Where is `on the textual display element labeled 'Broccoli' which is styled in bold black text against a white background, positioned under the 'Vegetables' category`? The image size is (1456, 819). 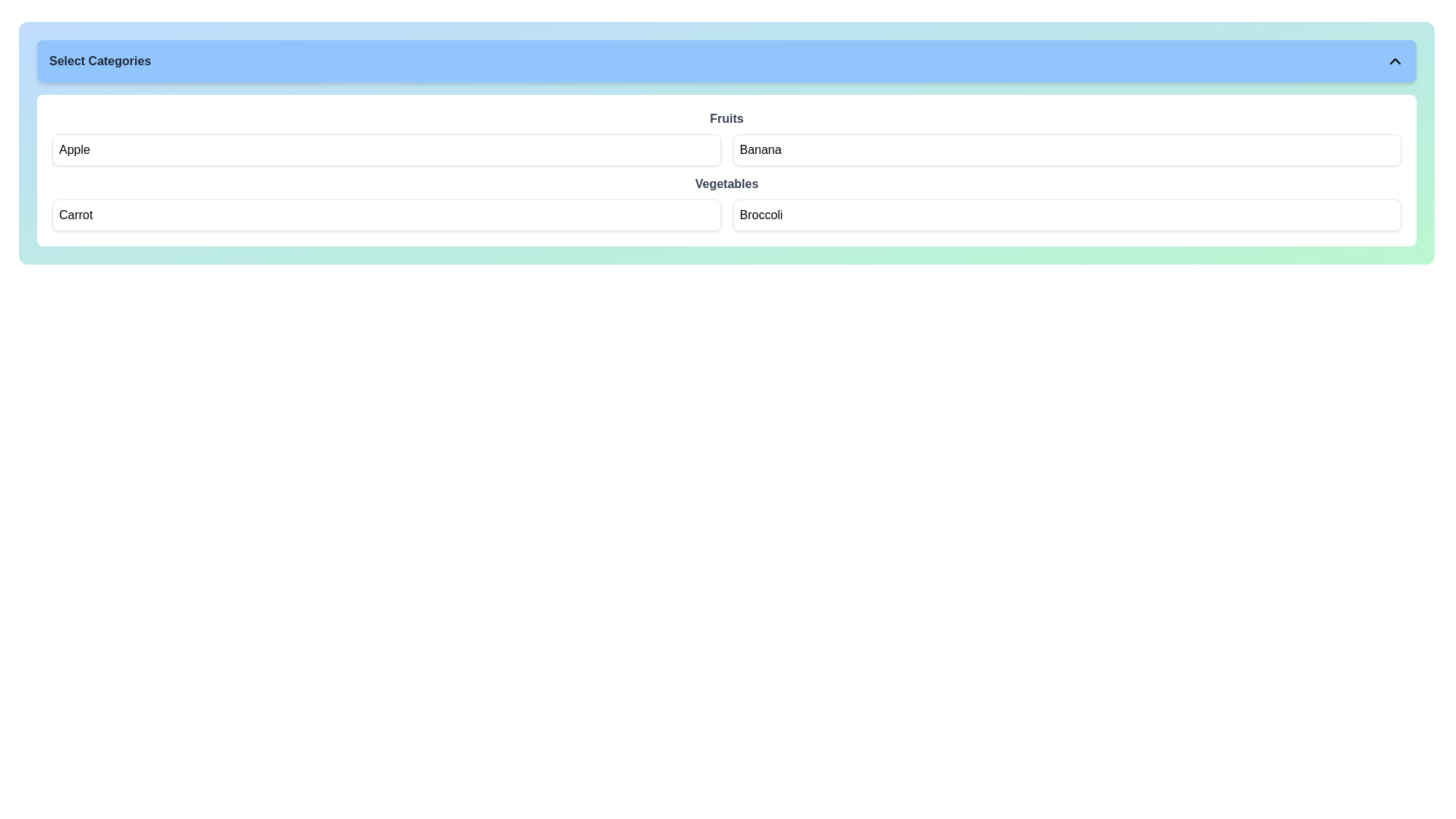 on the textual display element labeled 'Broccoli' which is styled in bold black text against a white background, positioned under the 'Vegetables' category is located at coordinates (761, 215).